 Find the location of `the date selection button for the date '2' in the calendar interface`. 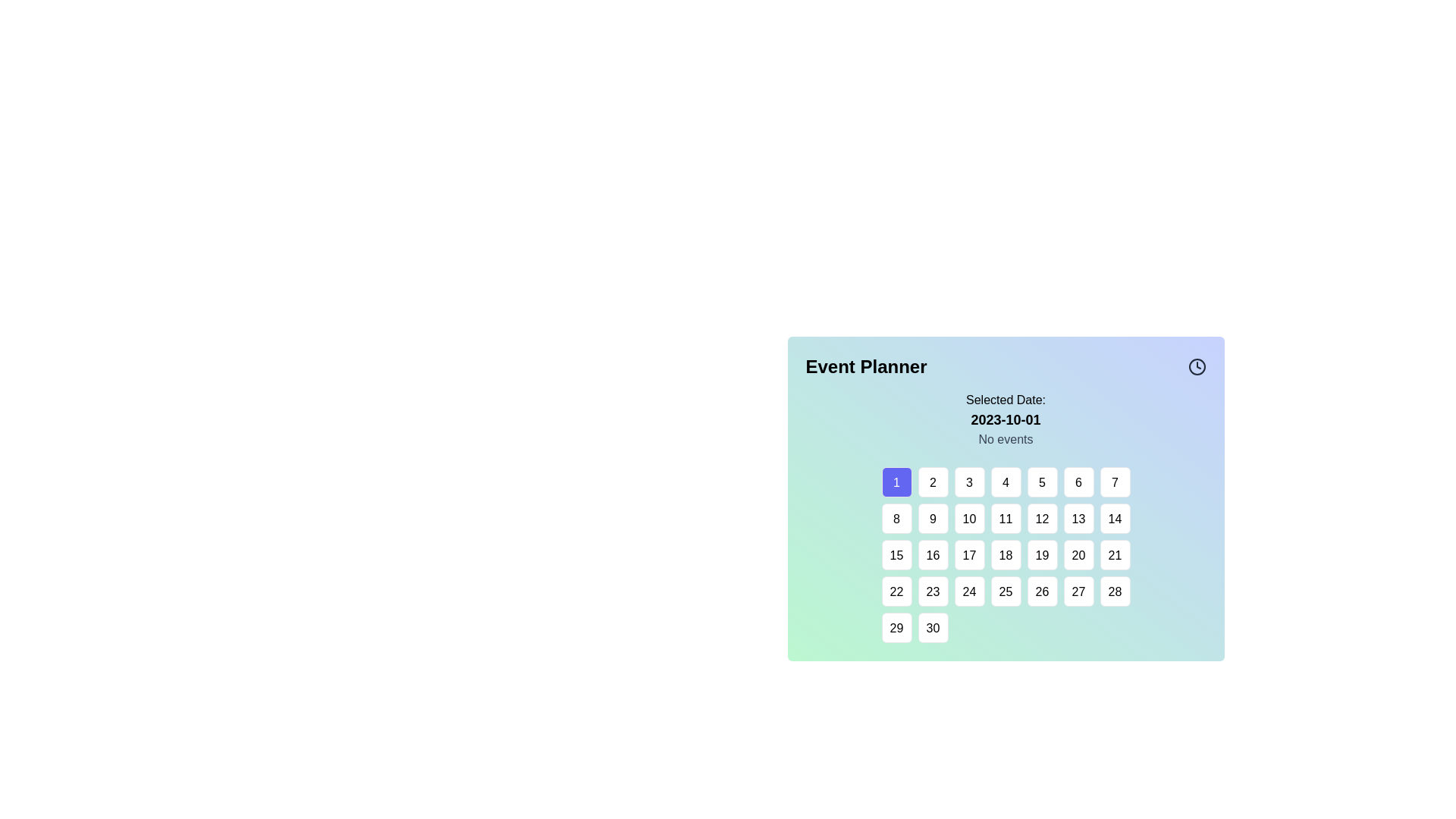

the date selection button for the date '2' in the calendar interface is located at coordinates (932, 482).